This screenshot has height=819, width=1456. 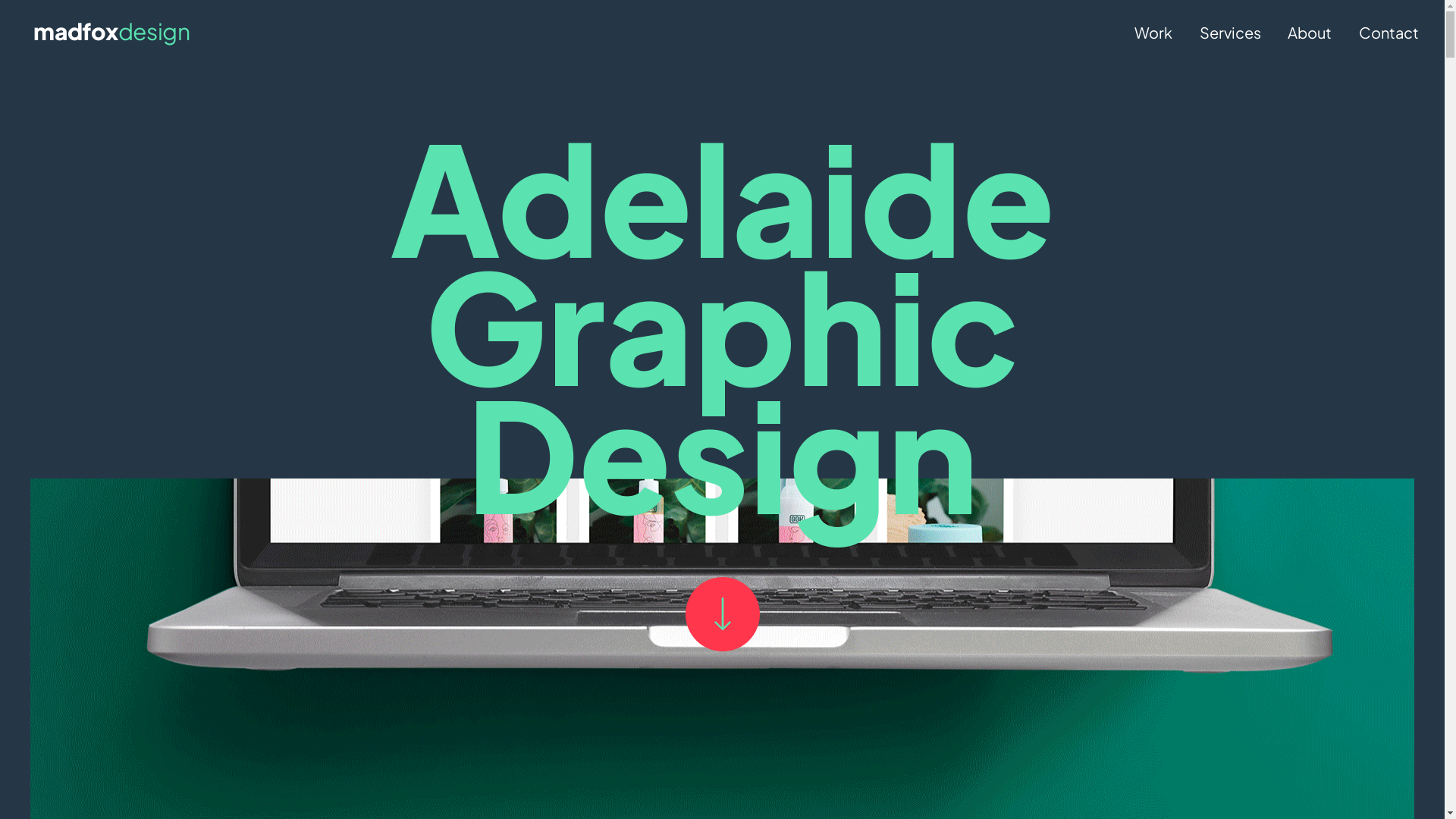 What do you see at coordinates (33, 32) in the screenshot?
I see `'madfoxdesign'` at bounding box center [33, 32].